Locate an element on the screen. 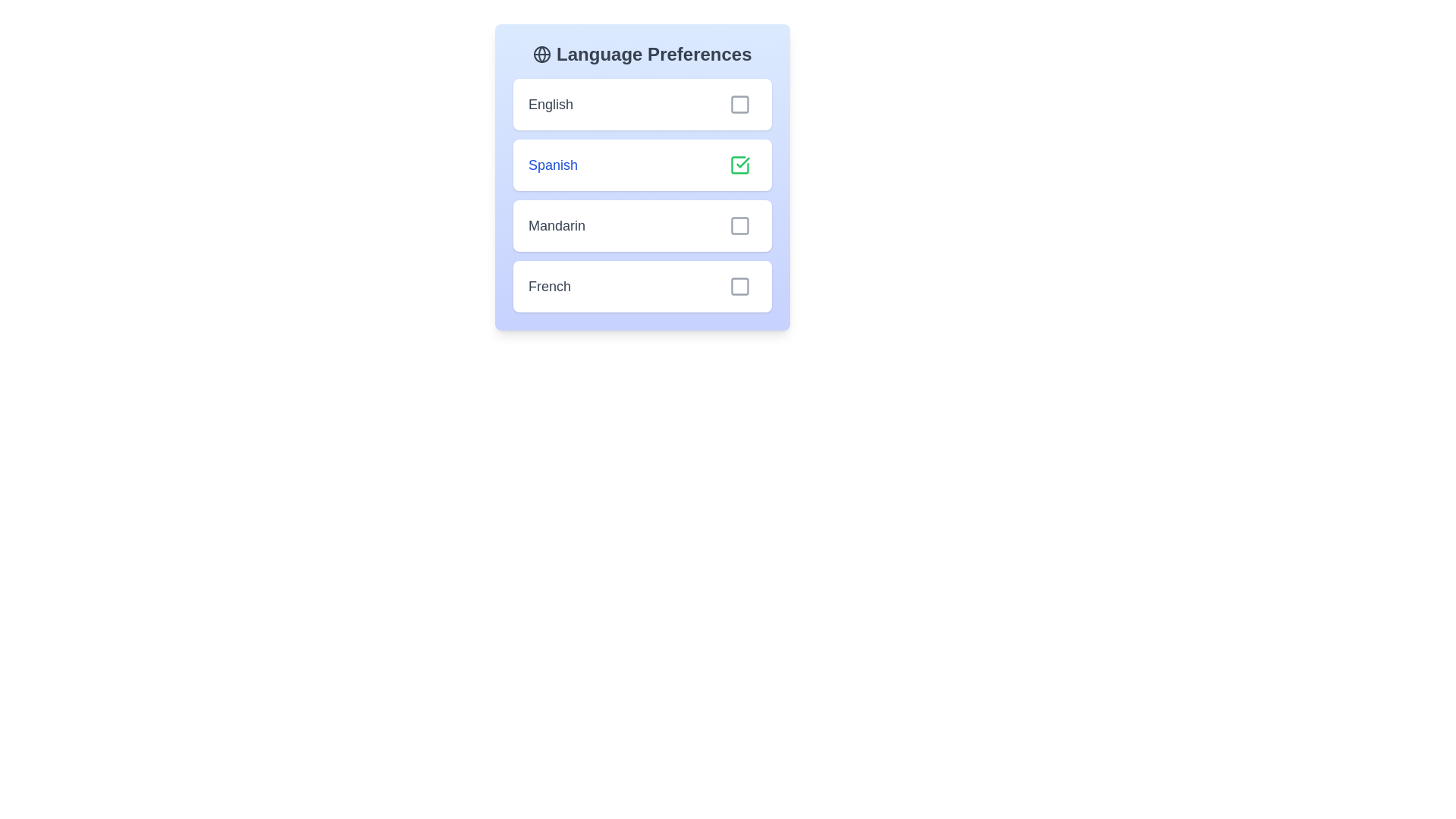 The height and width of the screenshot is (819, 1456). the state of the green checkmark icon located to the right of the 'Spanish' label is located at coordinates (743, 162).